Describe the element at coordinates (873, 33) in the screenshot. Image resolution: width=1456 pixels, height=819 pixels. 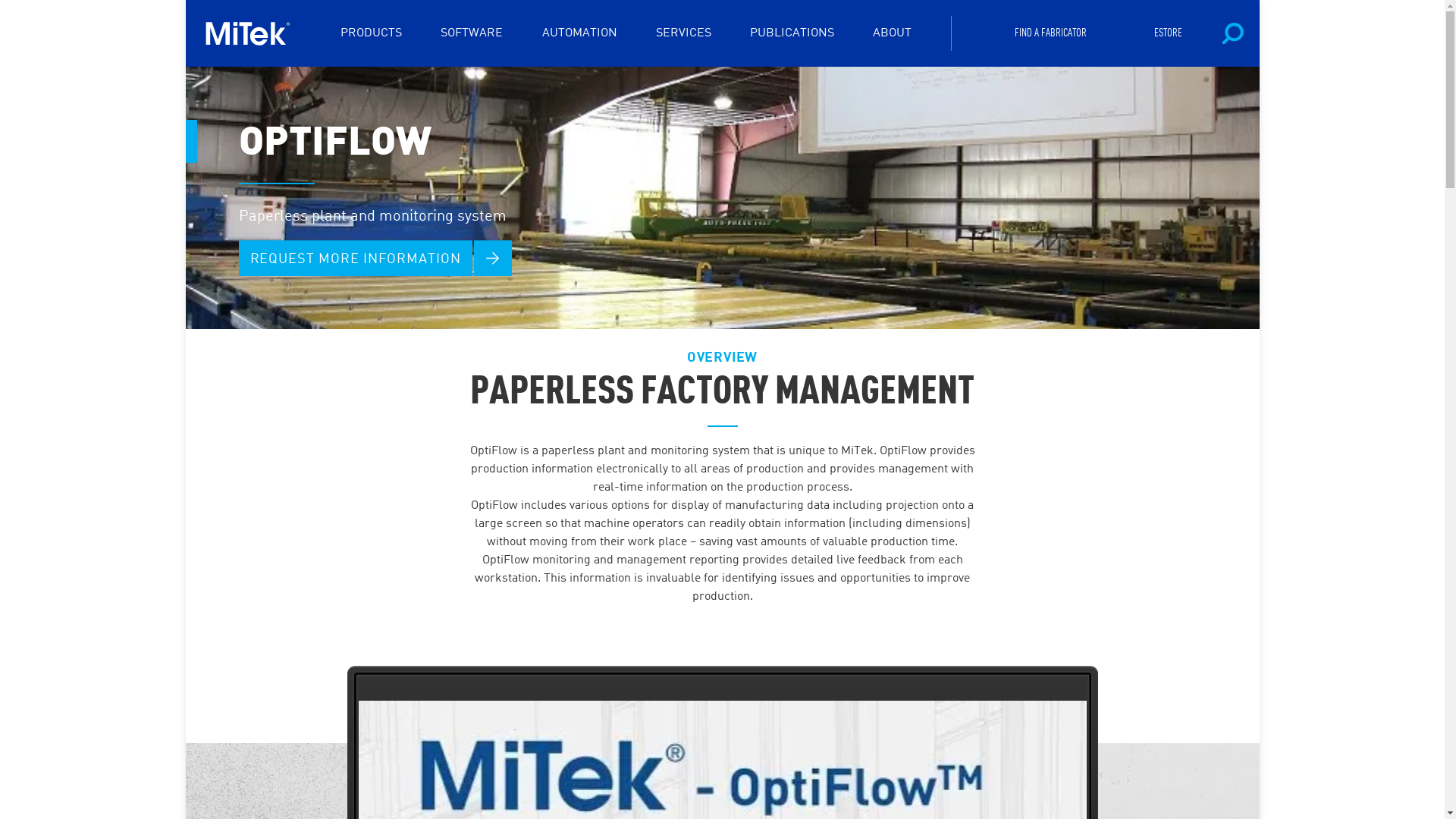
I see `'ABOUT'` at that location.